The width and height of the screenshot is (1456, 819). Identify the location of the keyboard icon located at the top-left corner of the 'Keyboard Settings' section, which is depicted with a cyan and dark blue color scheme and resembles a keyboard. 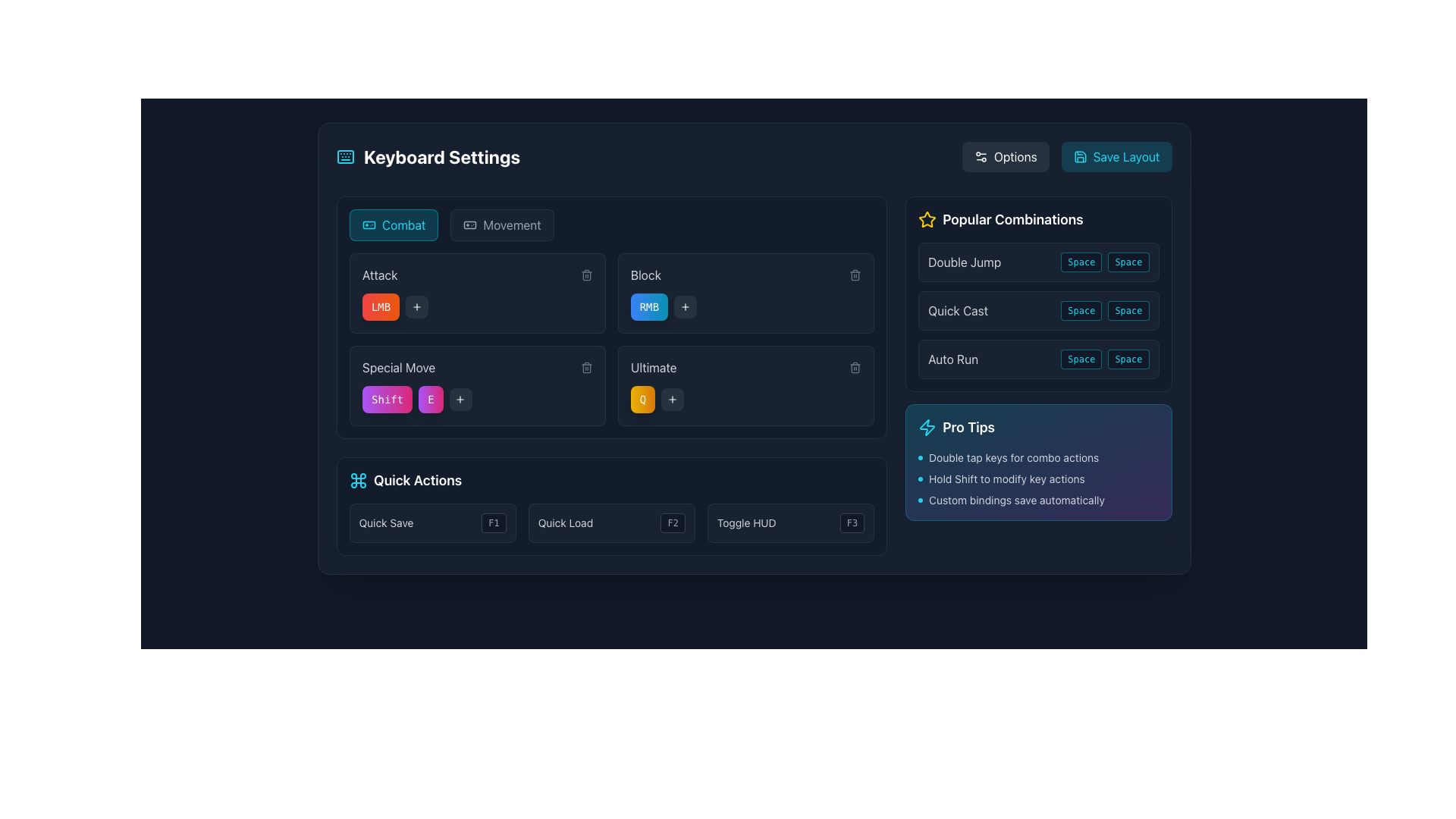
(344, 157).